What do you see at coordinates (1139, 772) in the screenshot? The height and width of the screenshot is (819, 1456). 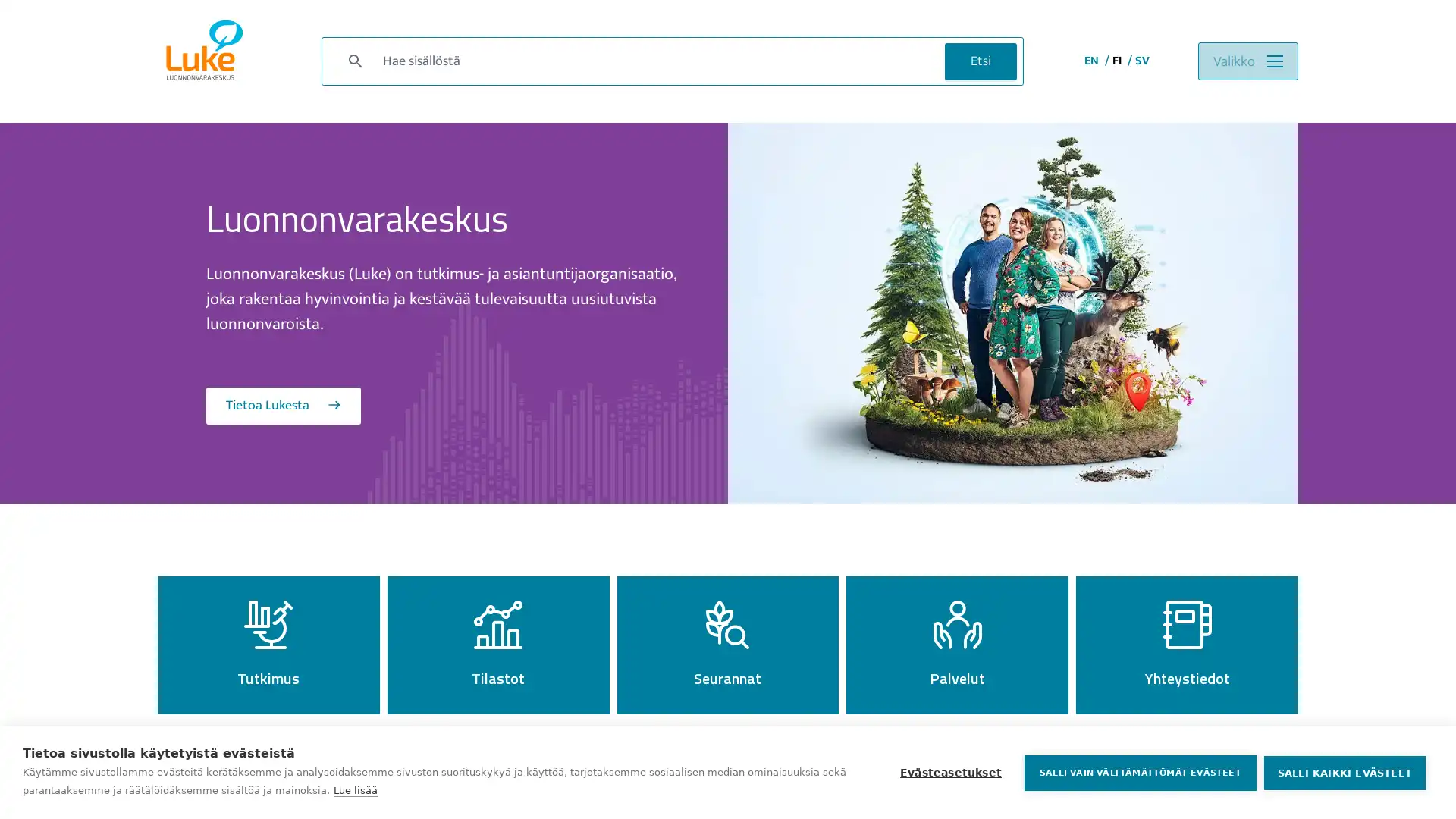 I see `SALLI VAIN VALTTAMATTOMAT EVASTEET` at bounding box center [1139, 772].